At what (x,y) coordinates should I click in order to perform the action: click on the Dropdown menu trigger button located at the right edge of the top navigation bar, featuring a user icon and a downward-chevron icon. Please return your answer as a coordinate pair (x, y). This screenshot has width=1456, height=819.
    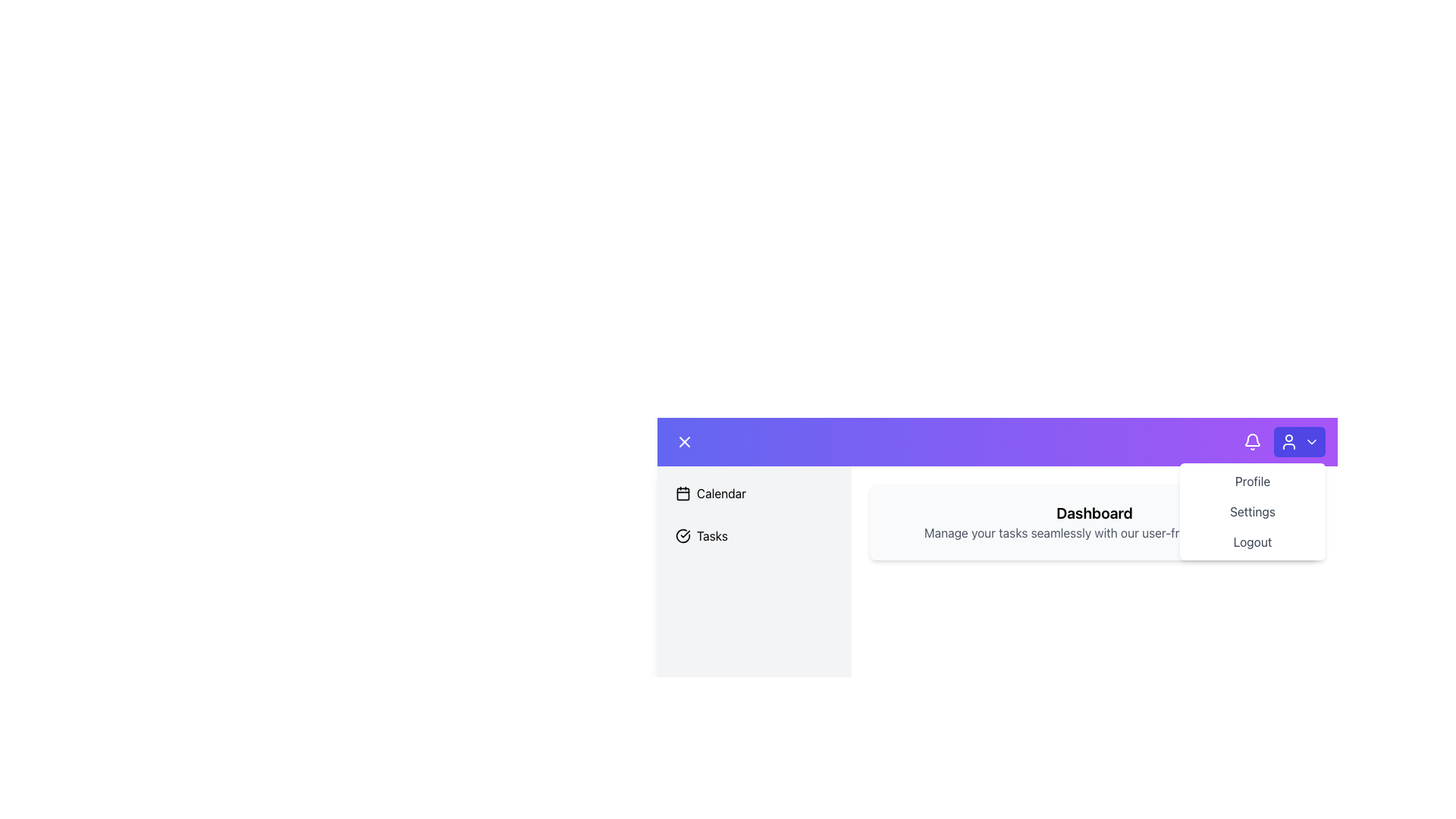
    Looking at the image, I should click on (1298, 441).